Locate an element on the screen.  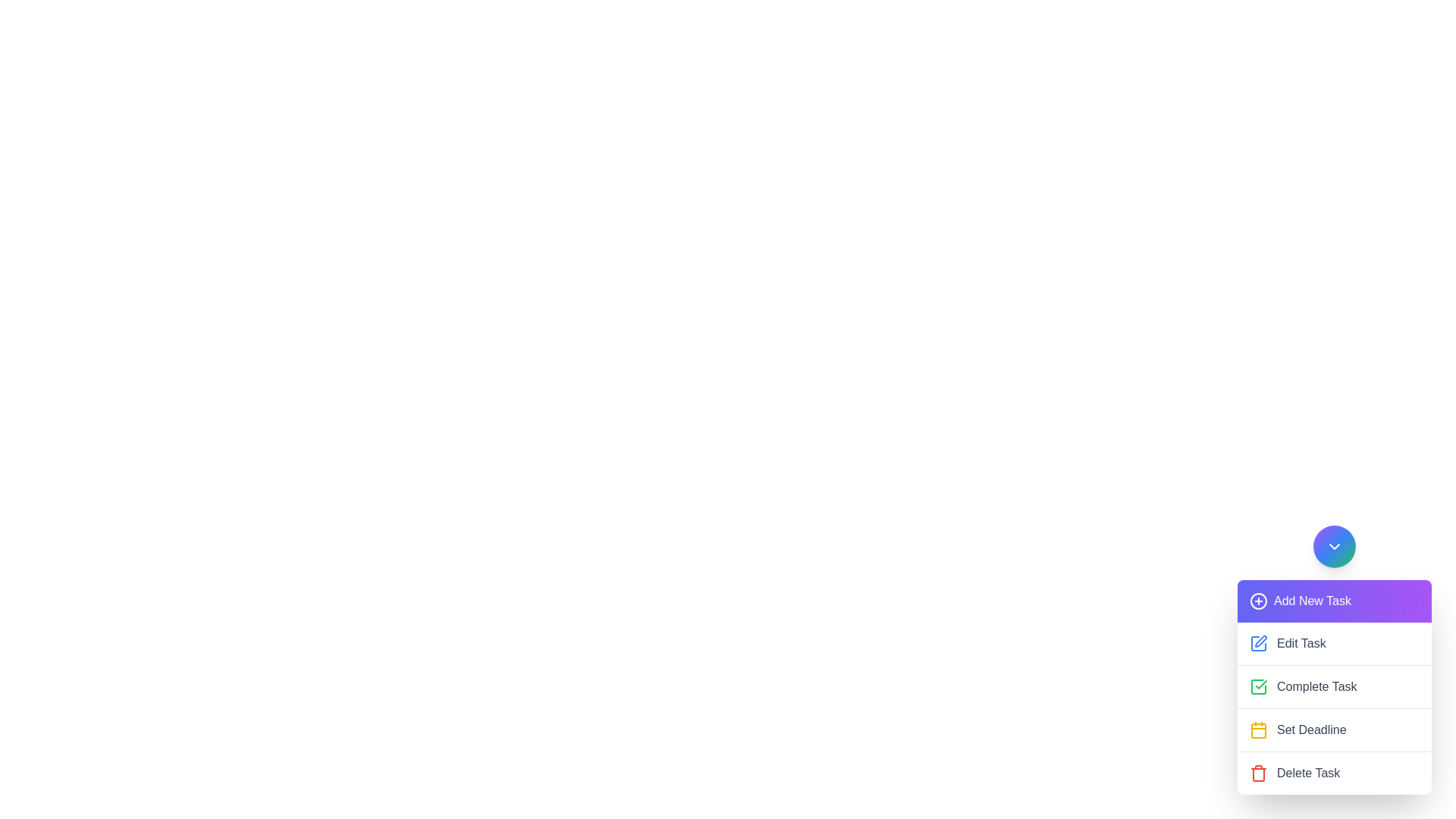
the icon that indicates the option to set a deadline, located to the left of the 'Set Deadline' text in the dropdown menu is located at coordinates (1259, 730).